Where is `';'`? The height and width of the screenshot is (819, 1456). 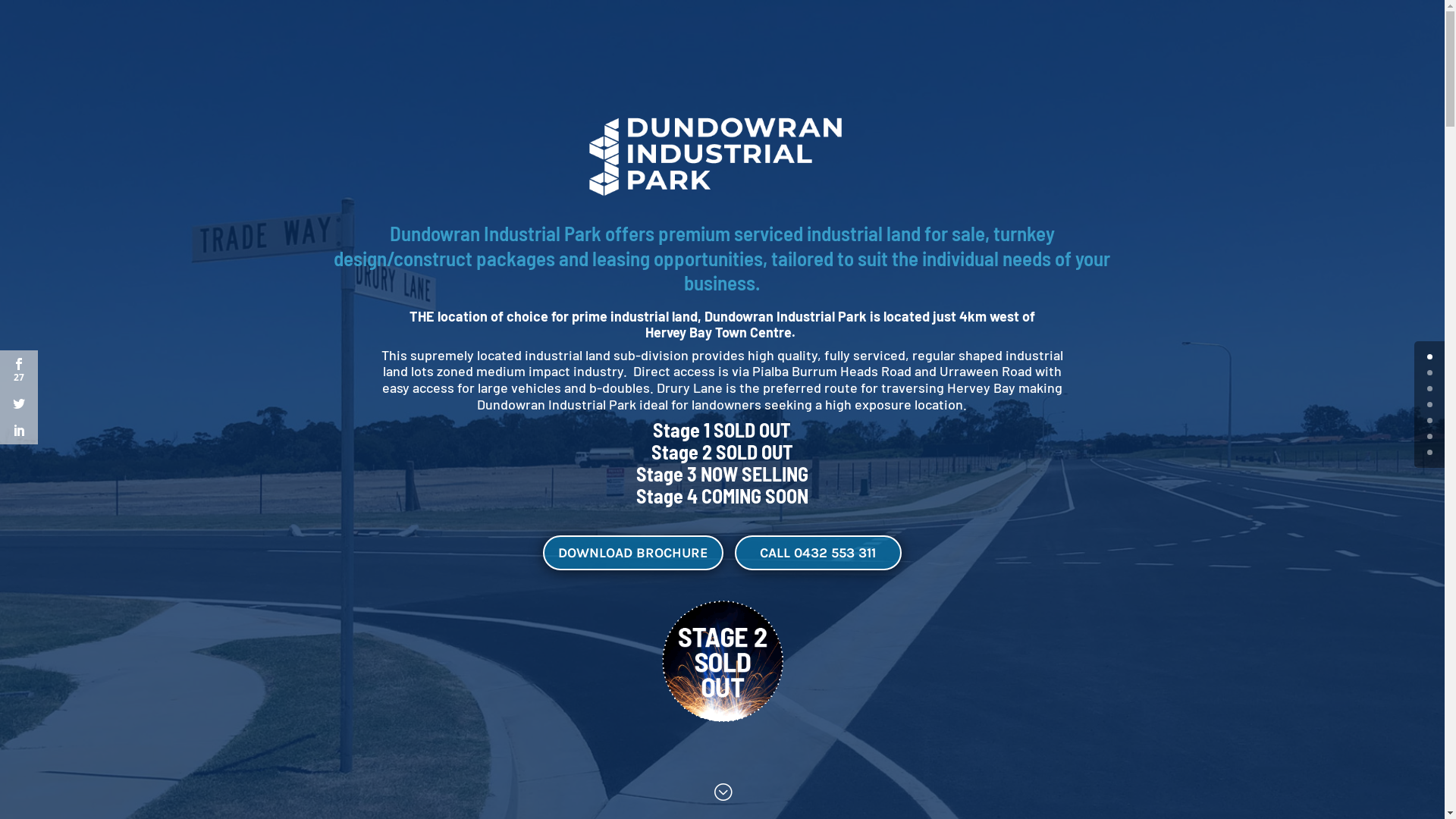
';' is located at coordinates (722, 792).